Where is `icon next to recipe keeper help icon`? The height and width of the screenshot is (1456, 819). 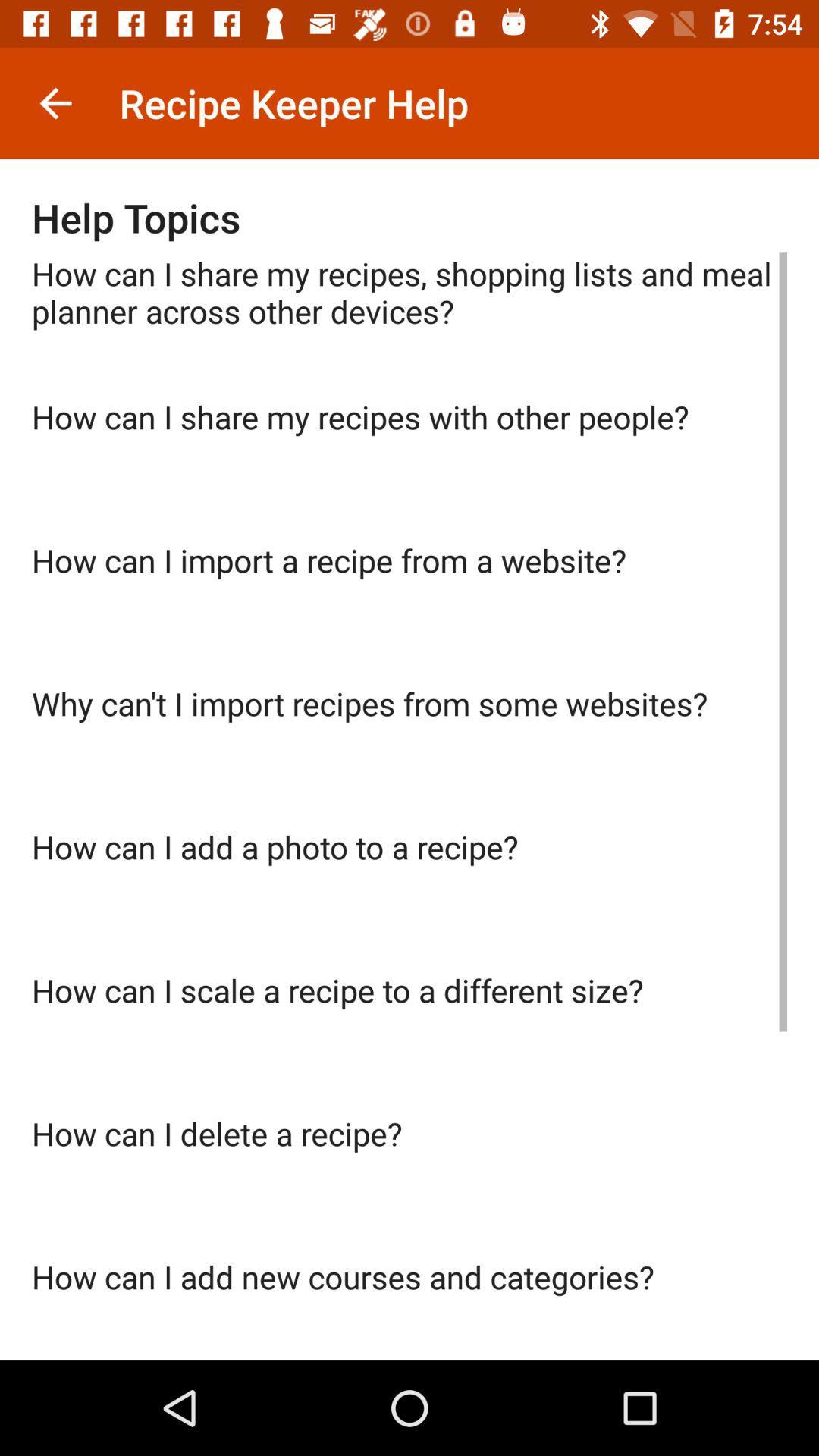
icon next to recipe keeper help icon is located at coordinates (55, 102).